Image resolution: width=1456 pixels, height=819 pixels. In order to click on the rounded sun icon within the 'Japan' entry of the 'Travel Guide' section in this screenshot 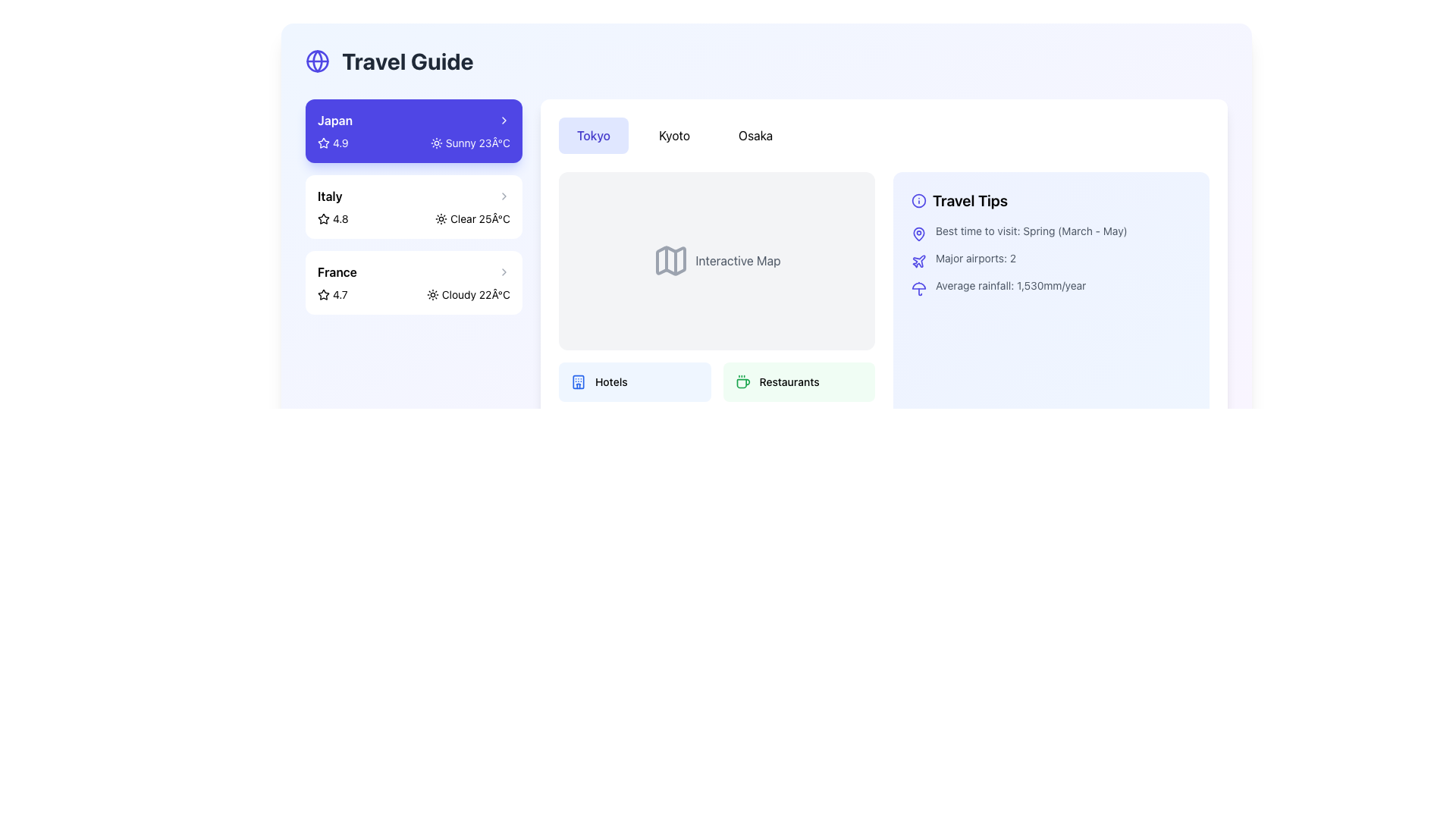, I will do `click(435, 143)`.